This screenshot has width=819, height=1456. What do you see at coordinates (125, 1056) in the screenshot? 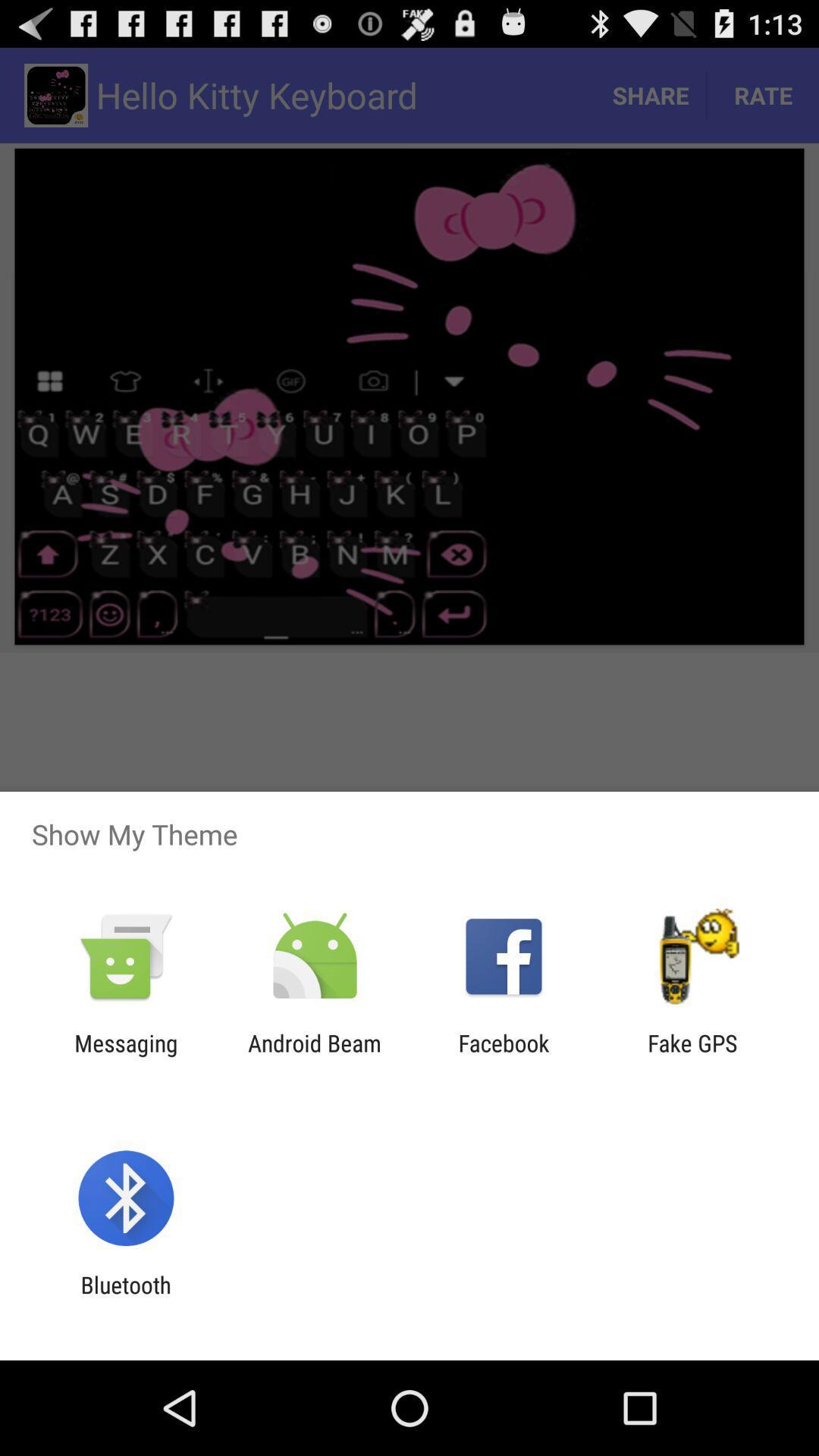
I see `the messaging app` at bounding box center [125, 1056].